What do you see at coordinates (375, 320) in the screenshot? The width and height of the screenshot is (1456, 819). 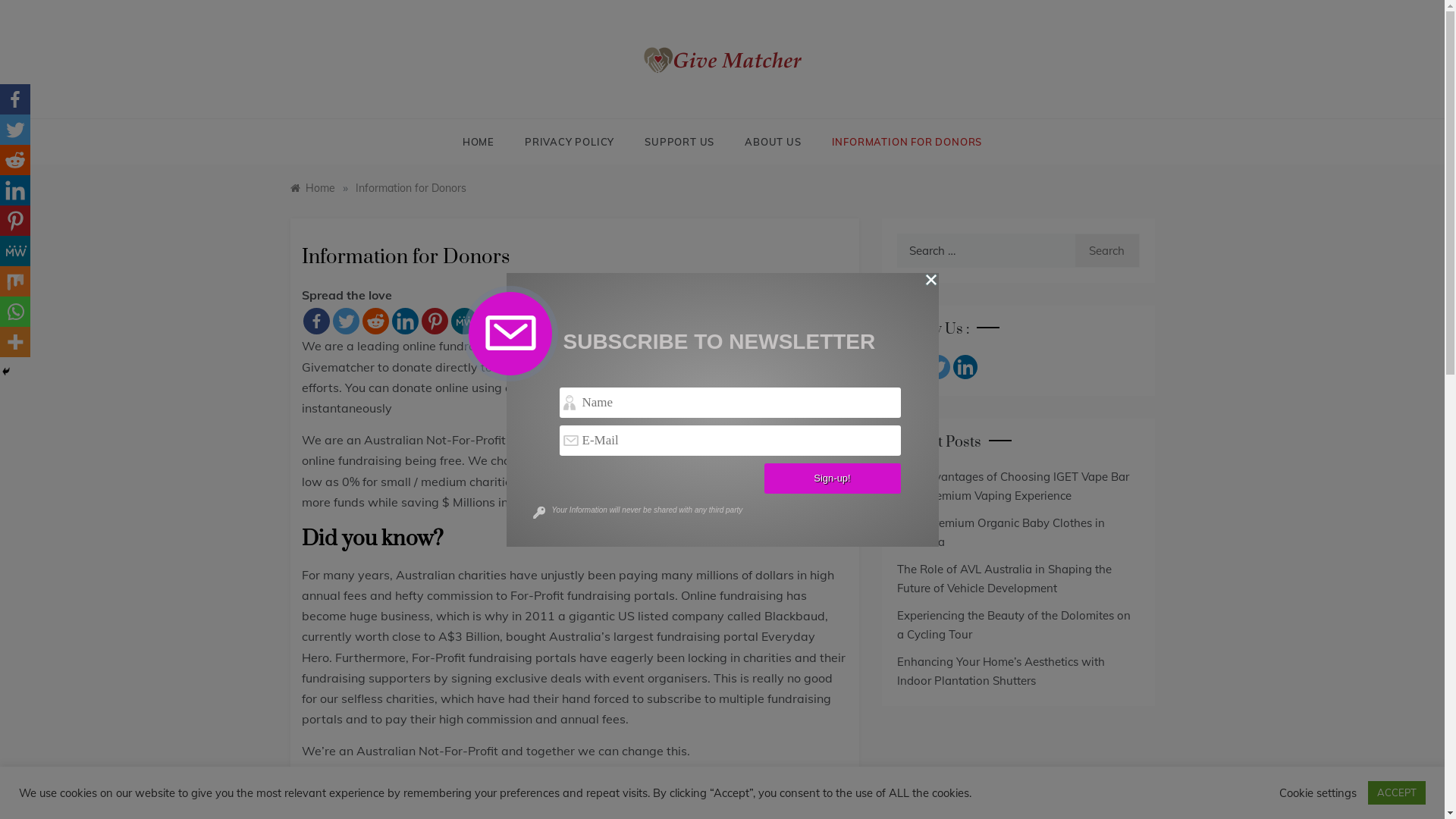 I see `'Reddit'` at bounding box center [375, 320].